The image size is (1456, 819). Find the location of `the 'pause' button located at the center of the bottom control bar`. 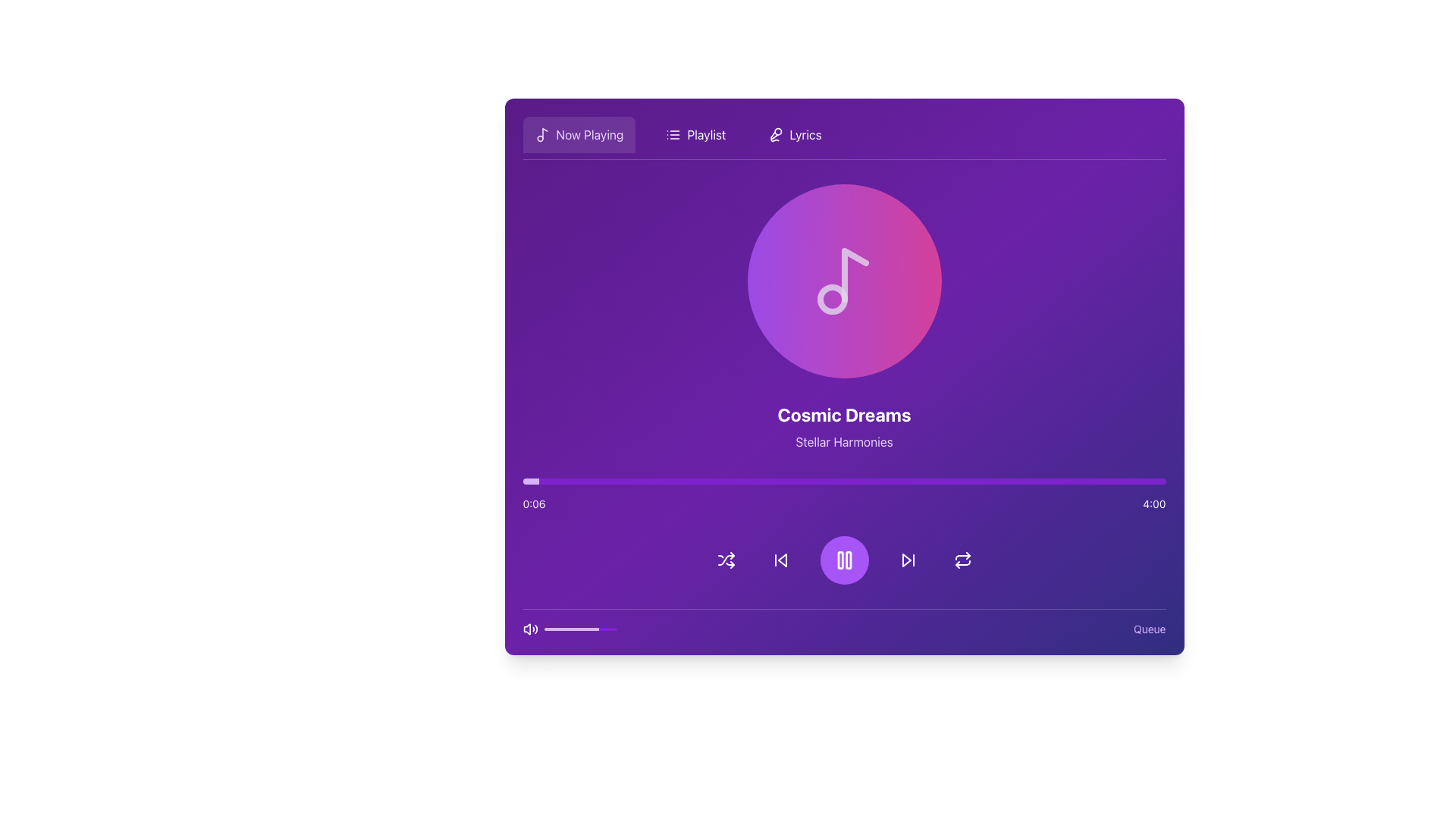

the 'pause' button located at the center of the bottom control bar is located at coordinates (843, 560).